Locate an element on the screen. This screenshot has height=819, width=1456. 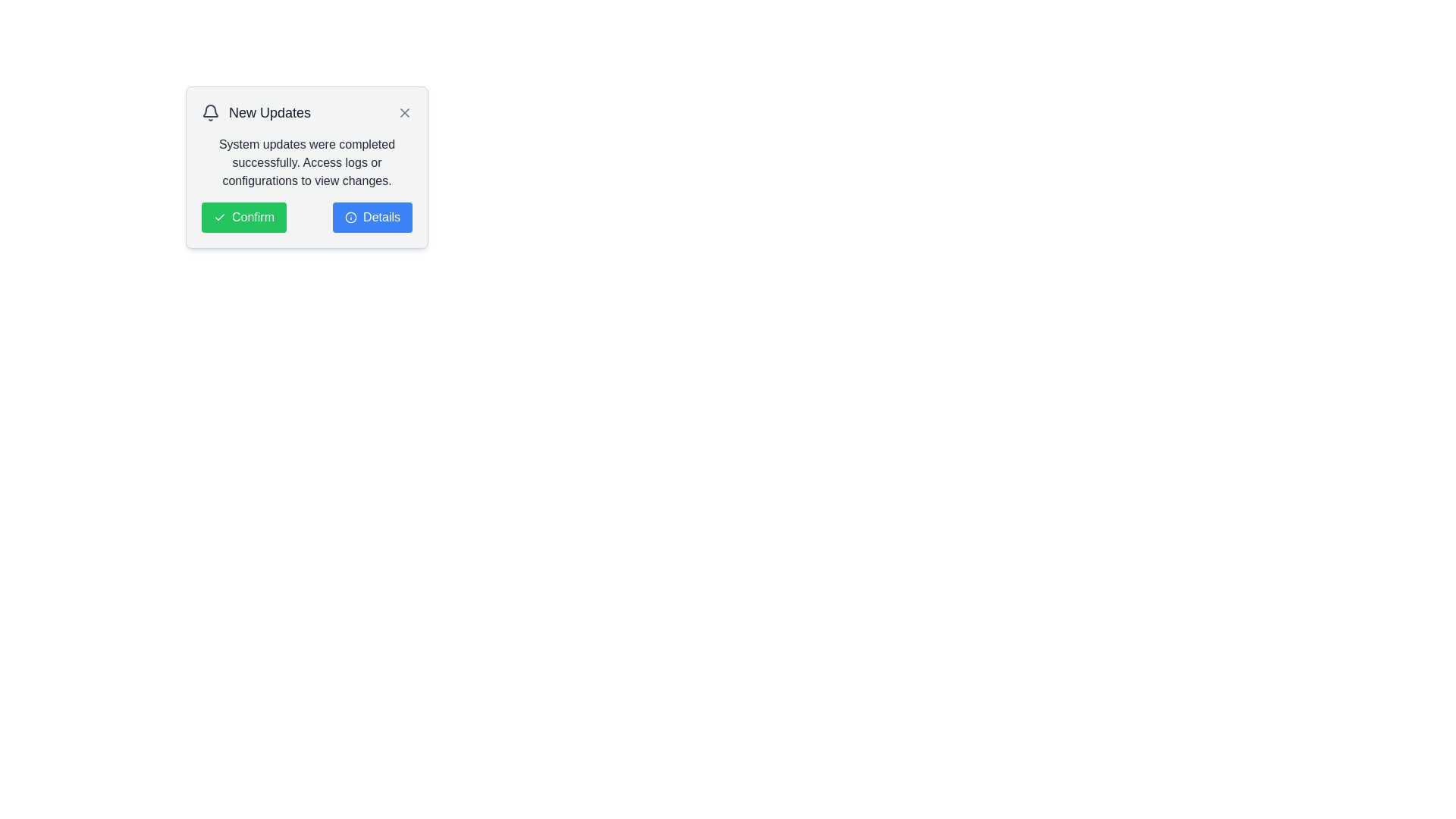
the multi-line text component that displays the message 'System updates were completed successfully' is located at coordinates (306, 163).